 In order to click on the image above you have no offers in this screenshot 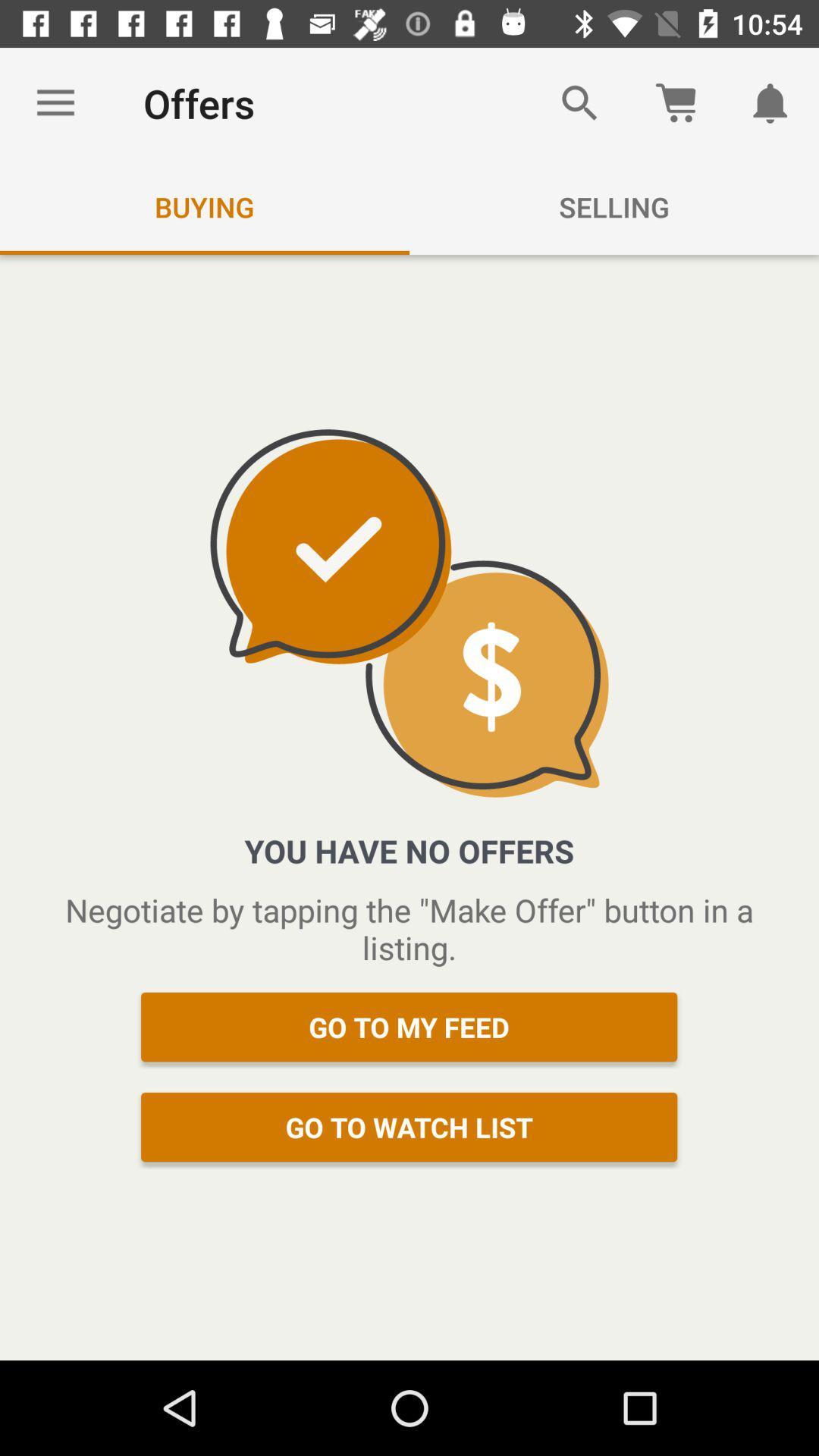, I will do `click(409, 613)`.